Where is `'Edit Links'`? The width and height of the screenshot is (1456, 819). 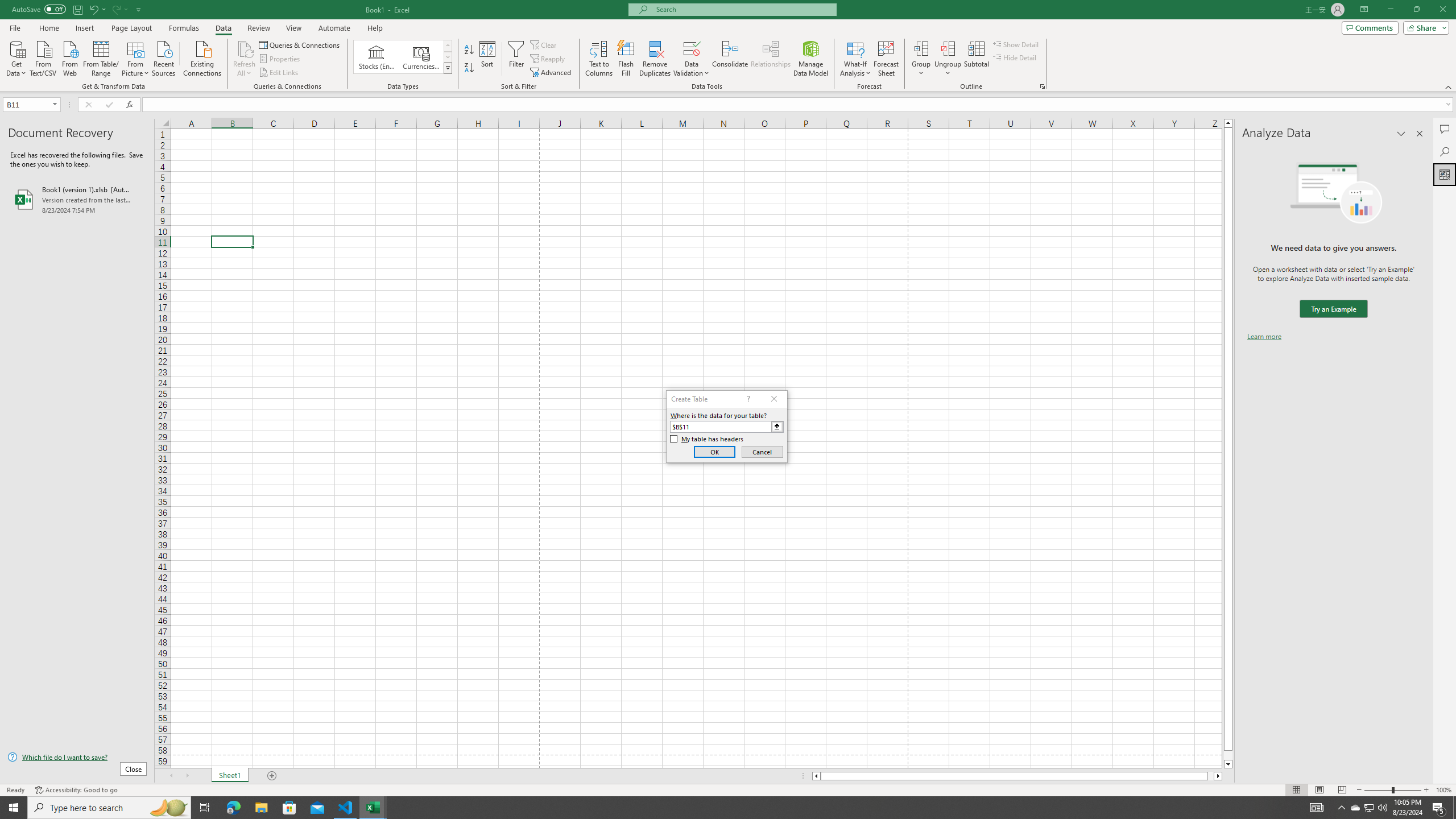 'Edit Links' is located at coordinates (279, 72).